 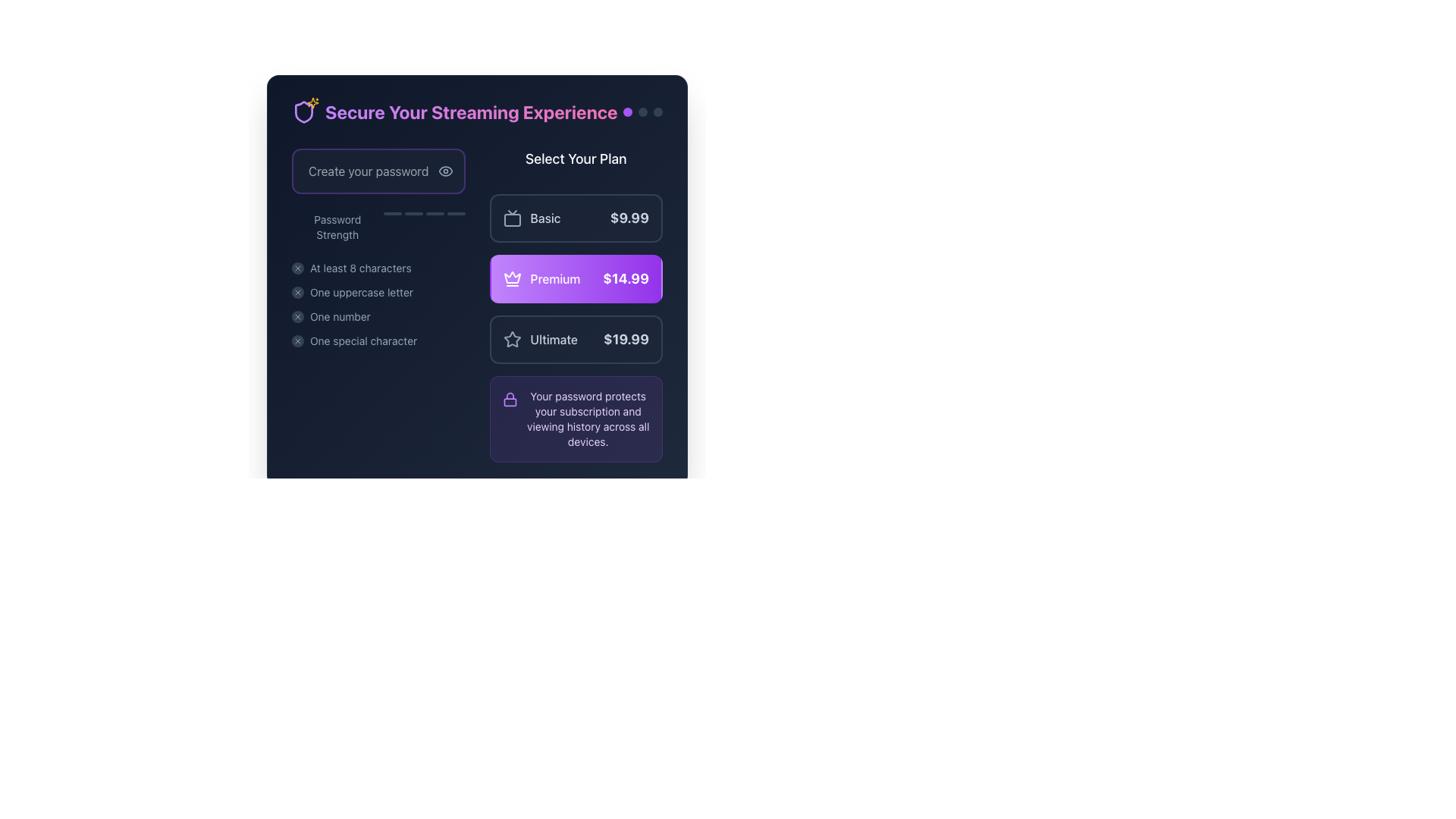 I want to click on the 'Premium' text label displayed in white color, which is part of the second option in the subscription plans list, located in the 'Select Your Plan' section, so click(x=554, y=278).